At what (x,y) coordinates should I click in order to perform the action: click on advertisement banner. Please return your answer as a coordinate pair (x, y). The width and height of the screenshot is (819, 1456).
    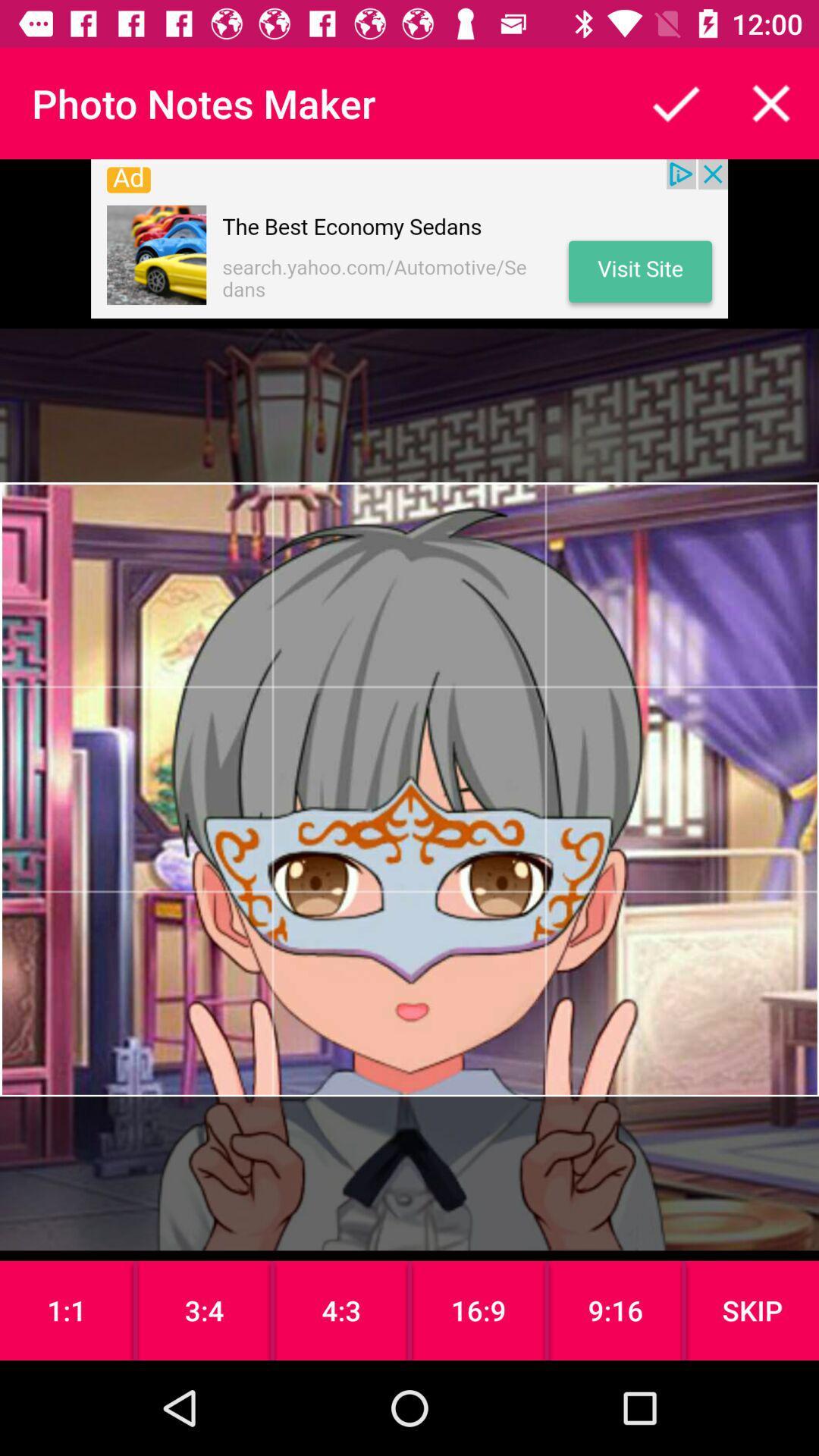
    Looking at the image, I should click on (409, 238).